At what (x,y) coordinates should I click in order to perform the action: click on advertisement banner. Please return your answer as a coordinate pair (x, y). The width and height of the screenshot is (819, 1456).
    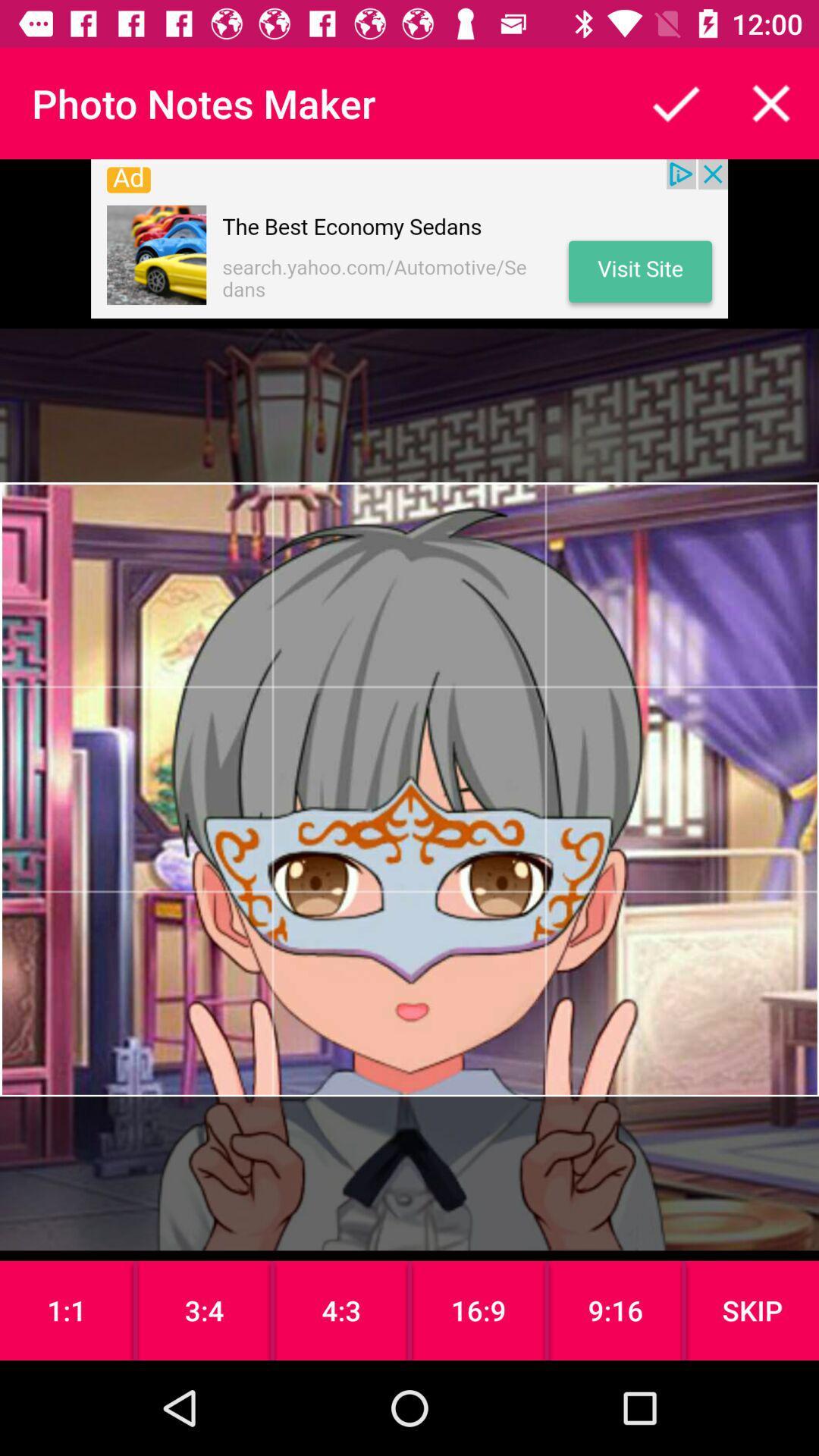
    Looking at the image, I should click on (409, 238).